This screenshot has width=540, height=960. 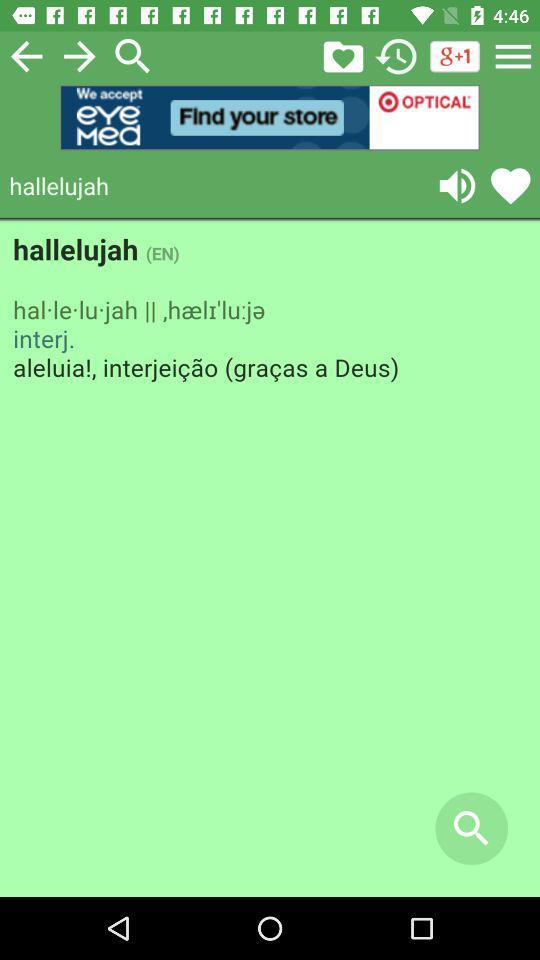 I want to click on to favorites folder, so click(x=342, y=55).